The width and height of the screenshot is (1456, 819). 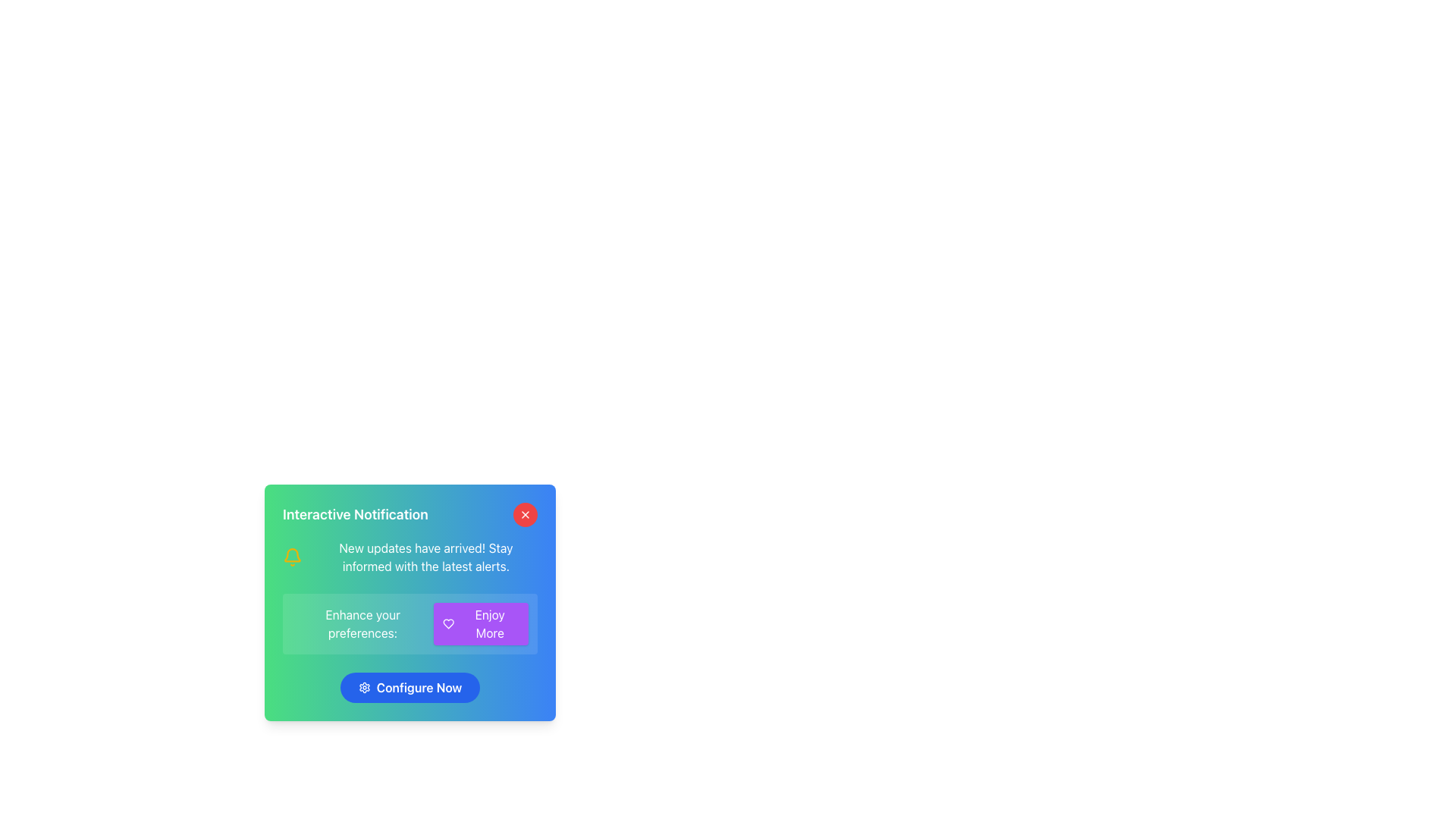 I want to click on the bell-shaped icon with a hollow interior, styled with a yellow fill, located in the top left corner of the notification card, so click(x=292, y=555).